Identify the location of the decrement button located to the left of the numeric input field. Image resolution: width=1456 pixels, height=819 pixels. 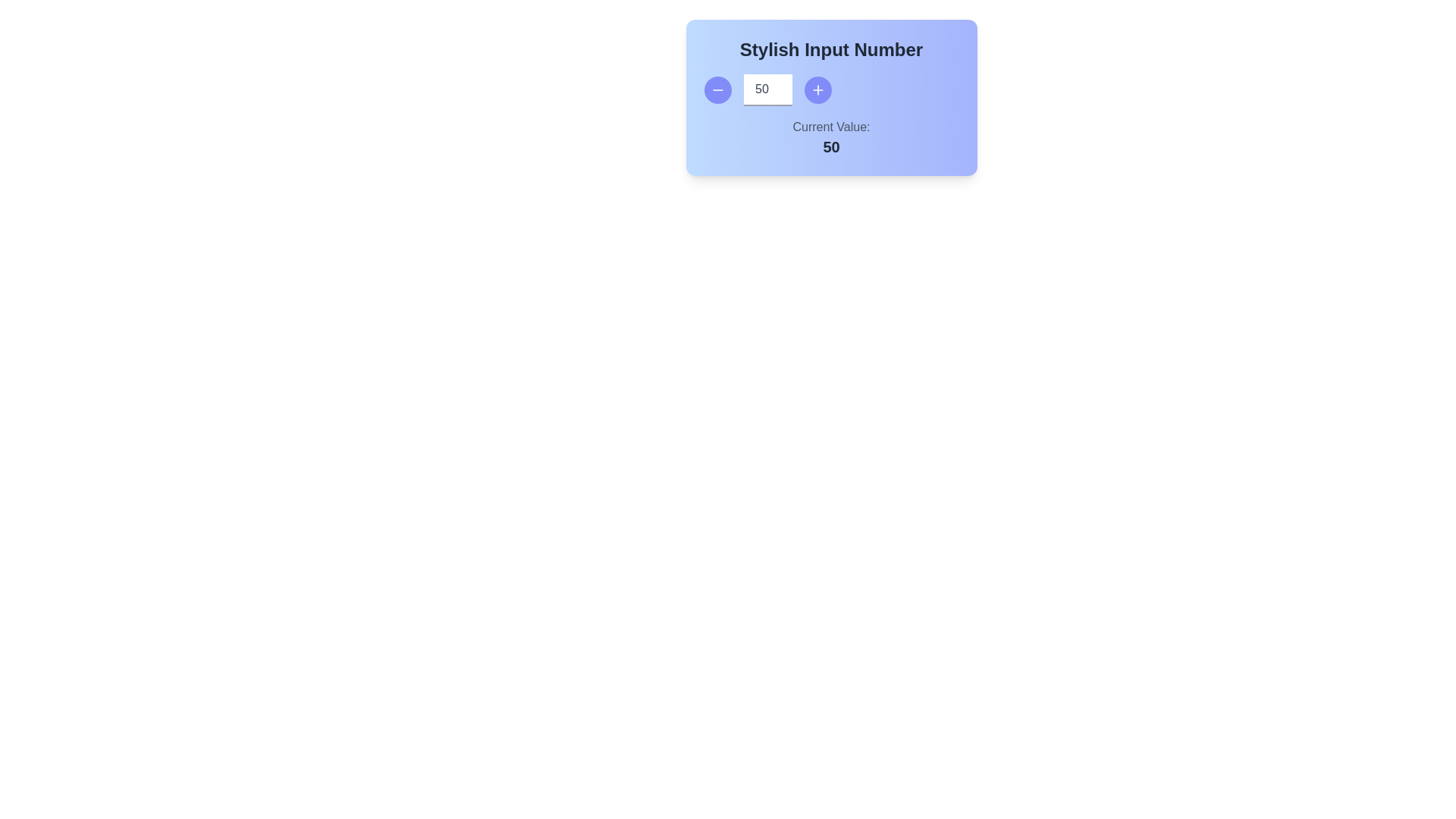
(717, 90).